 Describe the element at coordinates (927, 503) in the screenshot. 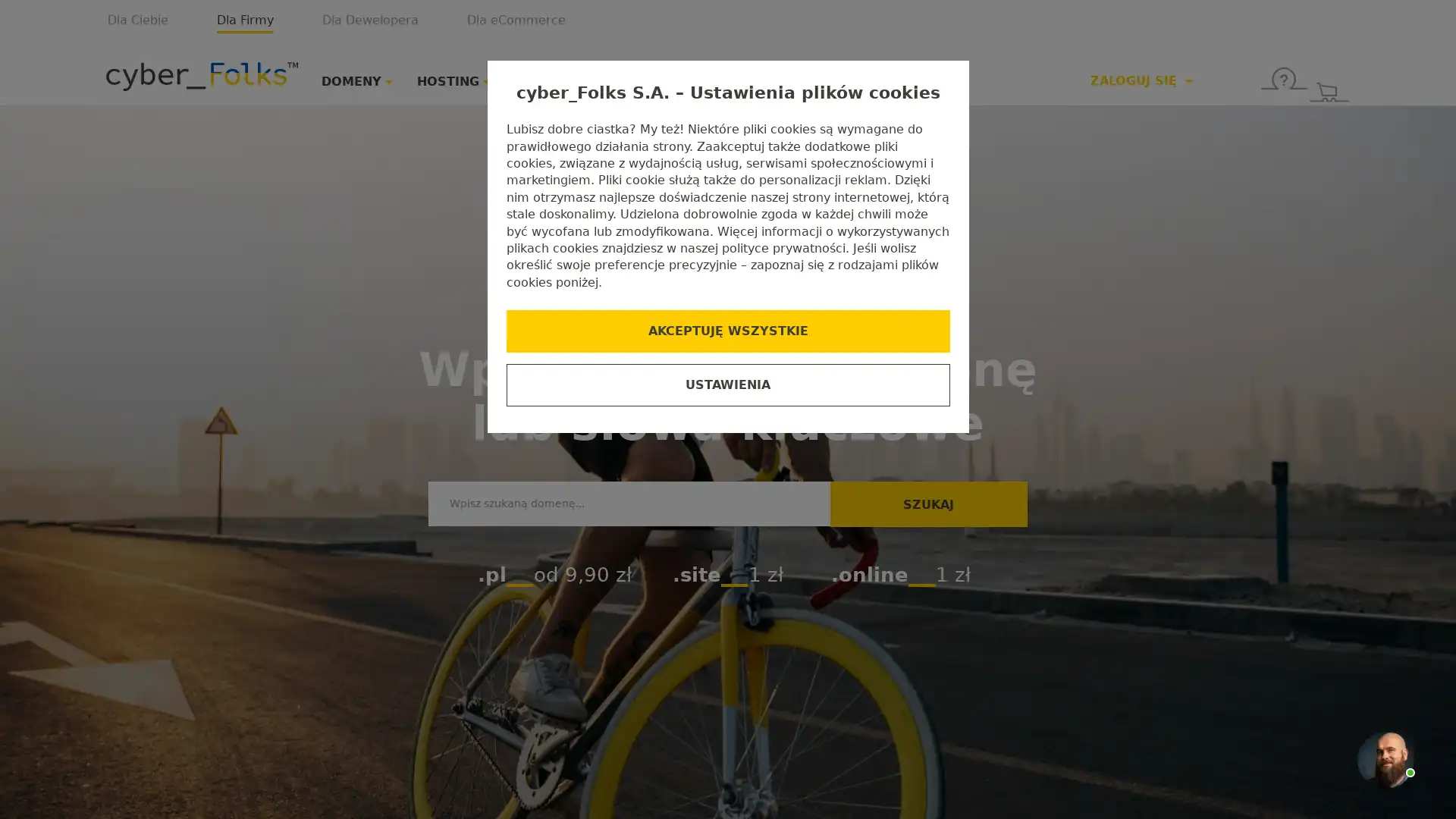

I see `SZUKAJ` at that location.